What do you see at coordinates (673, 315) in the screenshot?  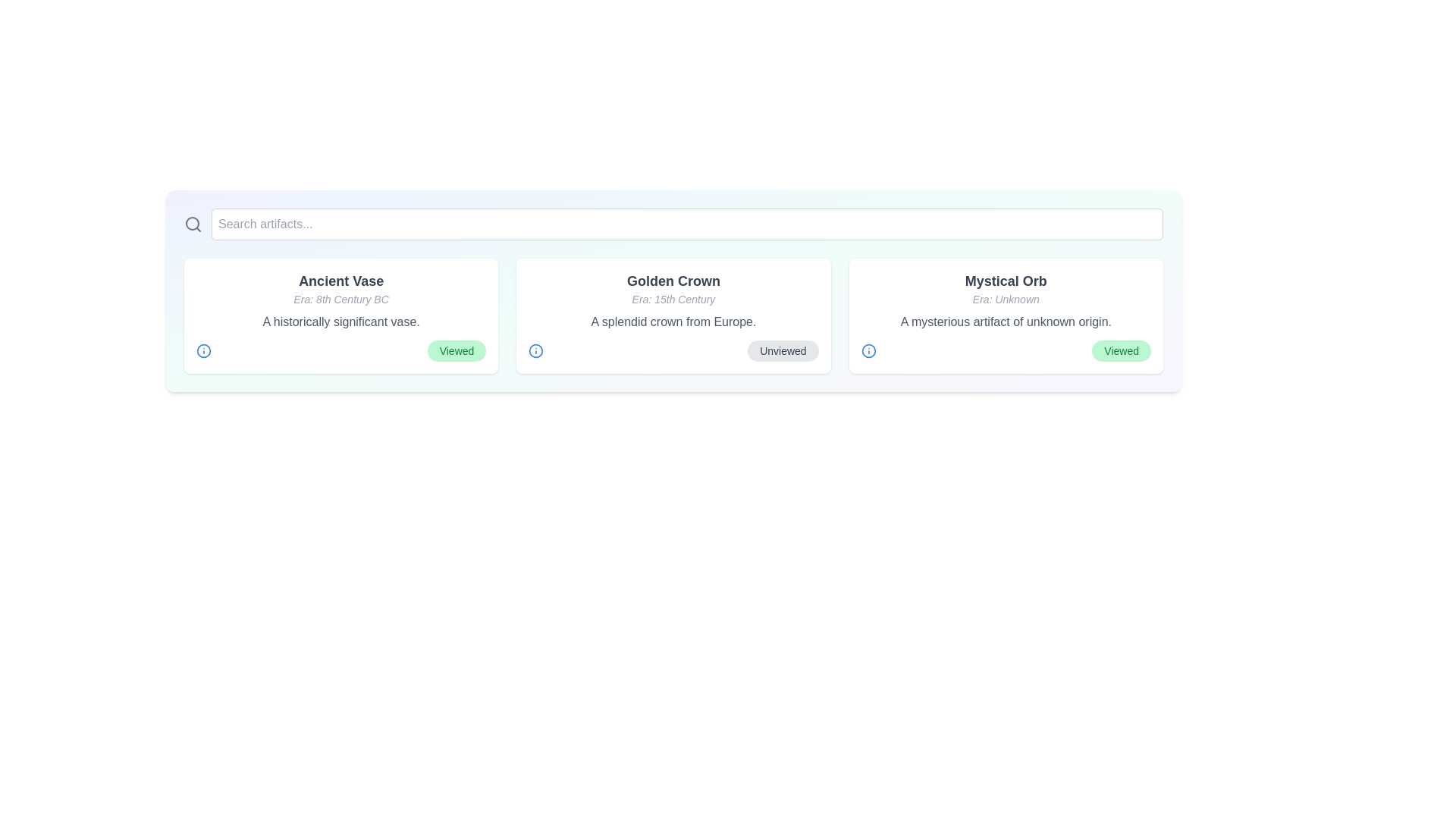 I see `the card displaying information about Golden Crown` at bounding box center [673, 315].